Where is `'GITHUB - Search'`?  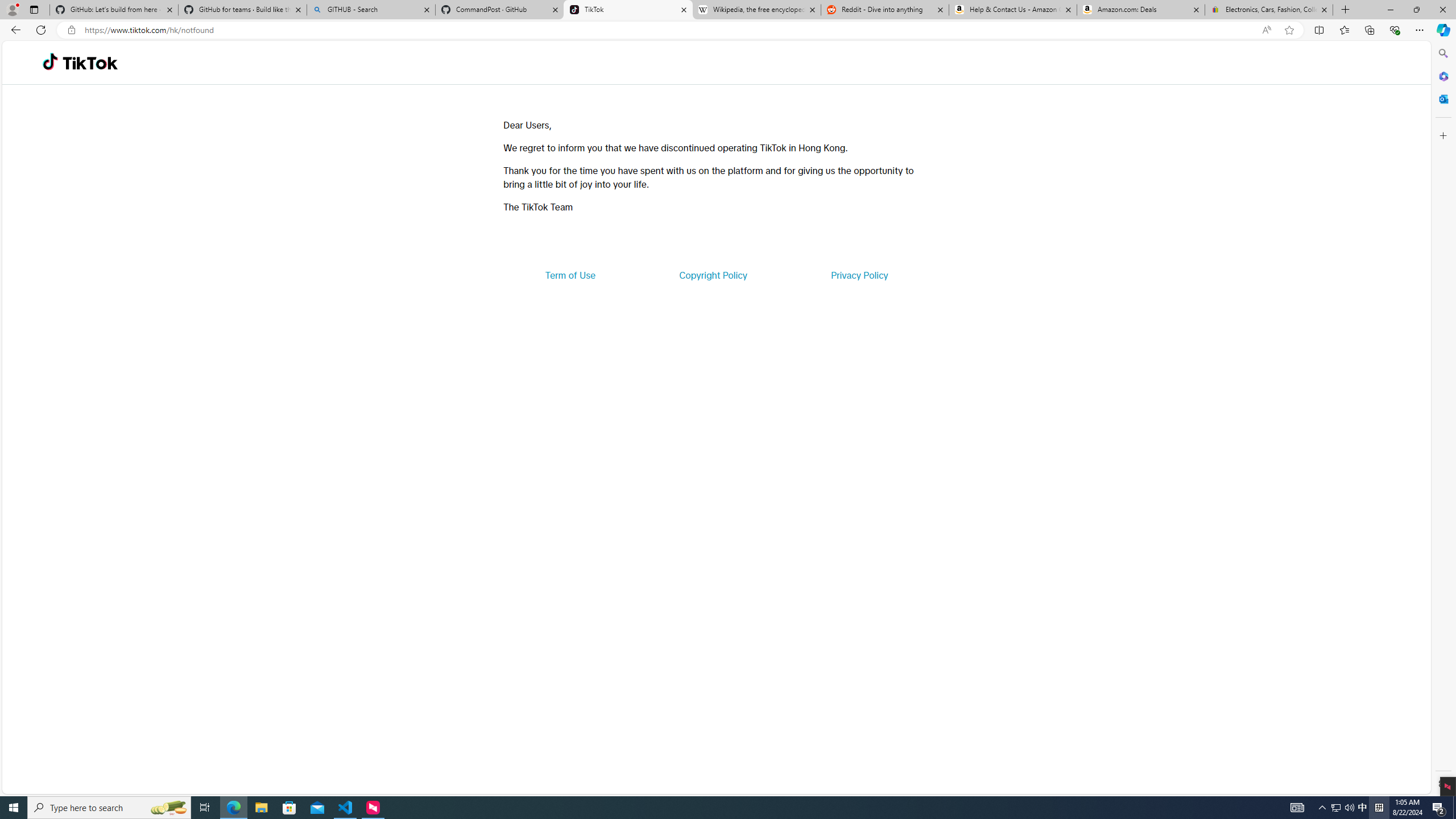 'GITHUB - Search' is located at coordinates (370, 9).